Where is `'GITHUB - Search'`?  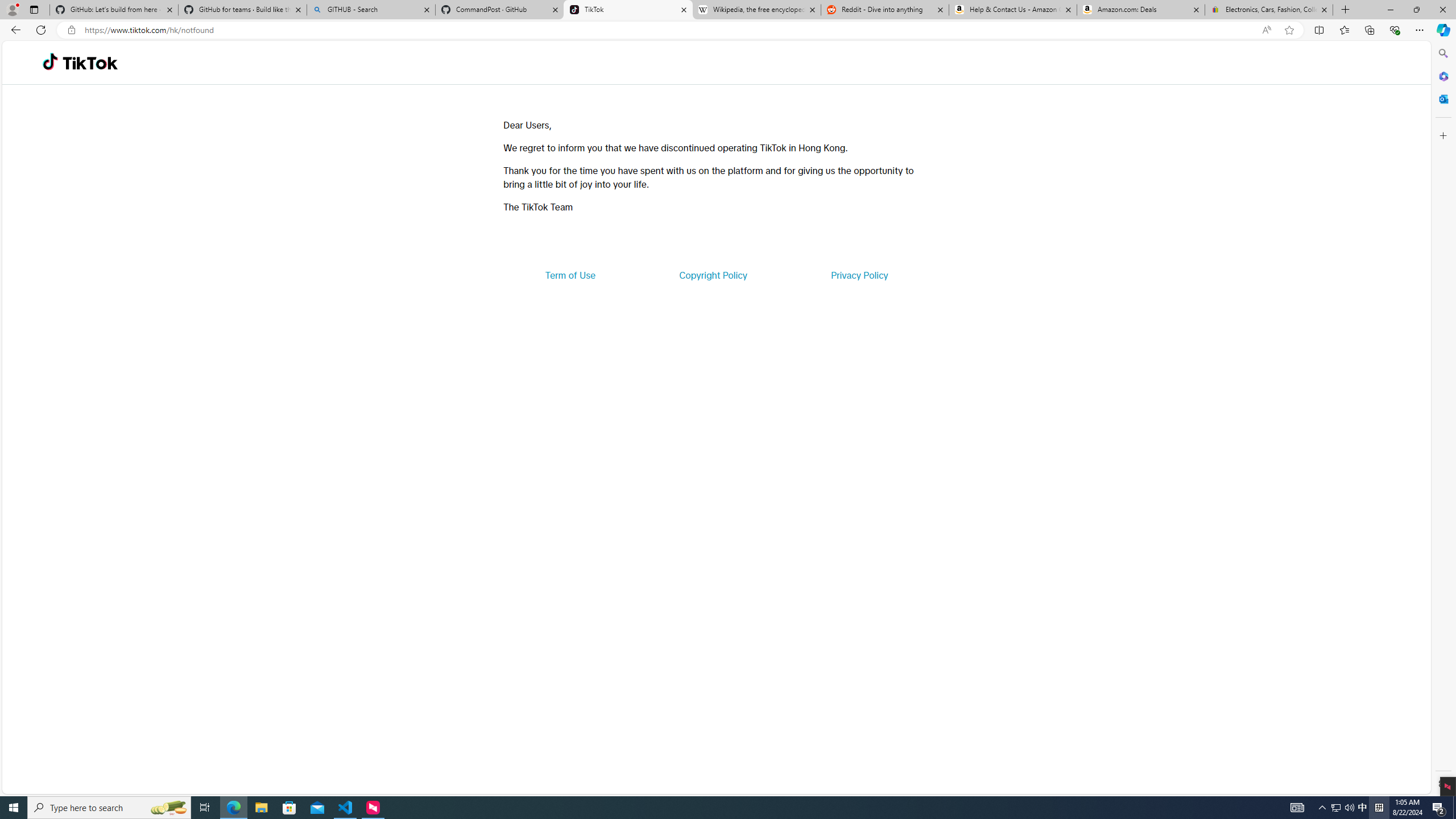 'GITHUB - Search' is located at coordinates (370, 9).